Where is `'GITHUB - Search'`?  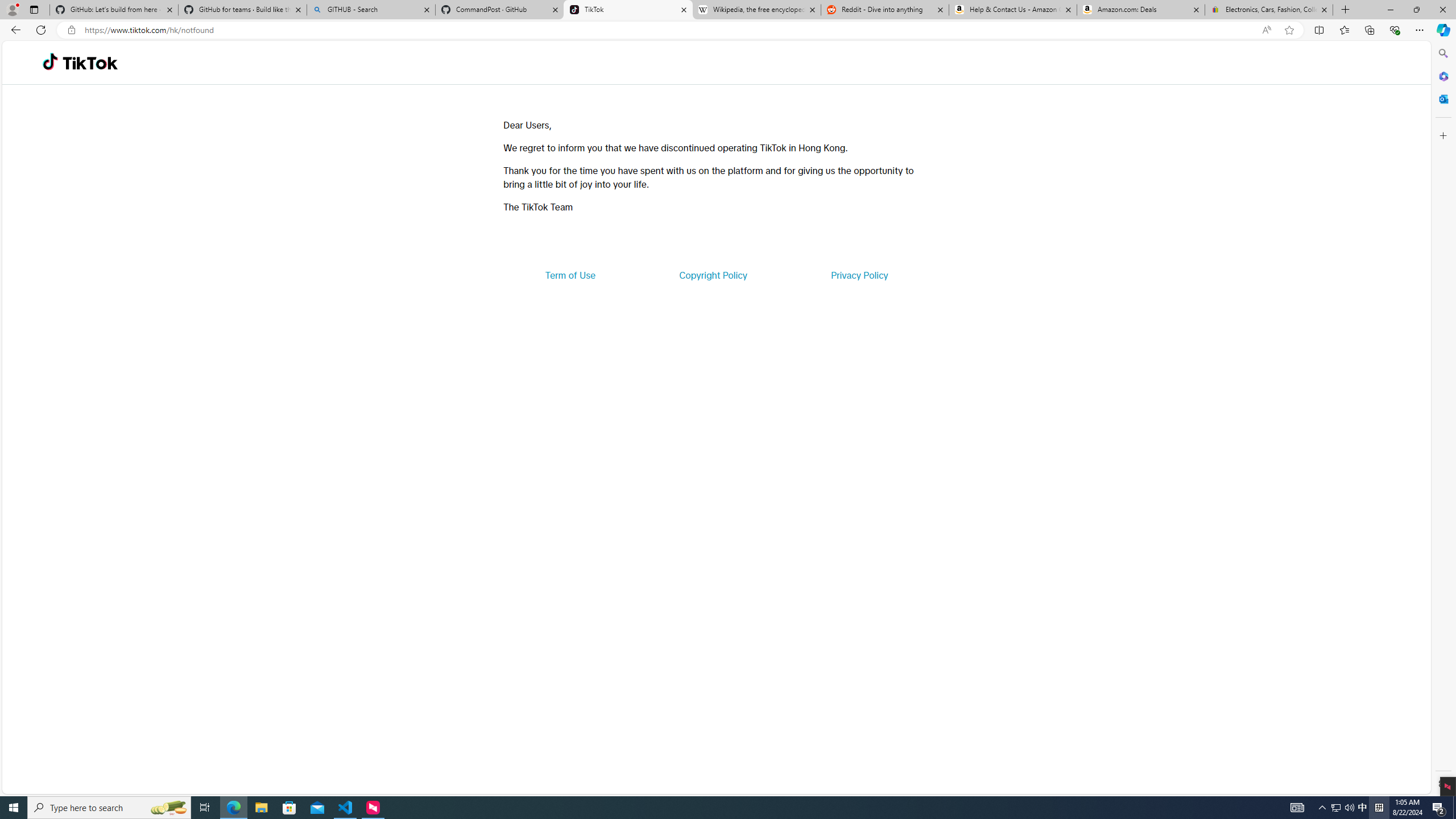 'GITHUB - Search' is located at coordinates (370, 9).